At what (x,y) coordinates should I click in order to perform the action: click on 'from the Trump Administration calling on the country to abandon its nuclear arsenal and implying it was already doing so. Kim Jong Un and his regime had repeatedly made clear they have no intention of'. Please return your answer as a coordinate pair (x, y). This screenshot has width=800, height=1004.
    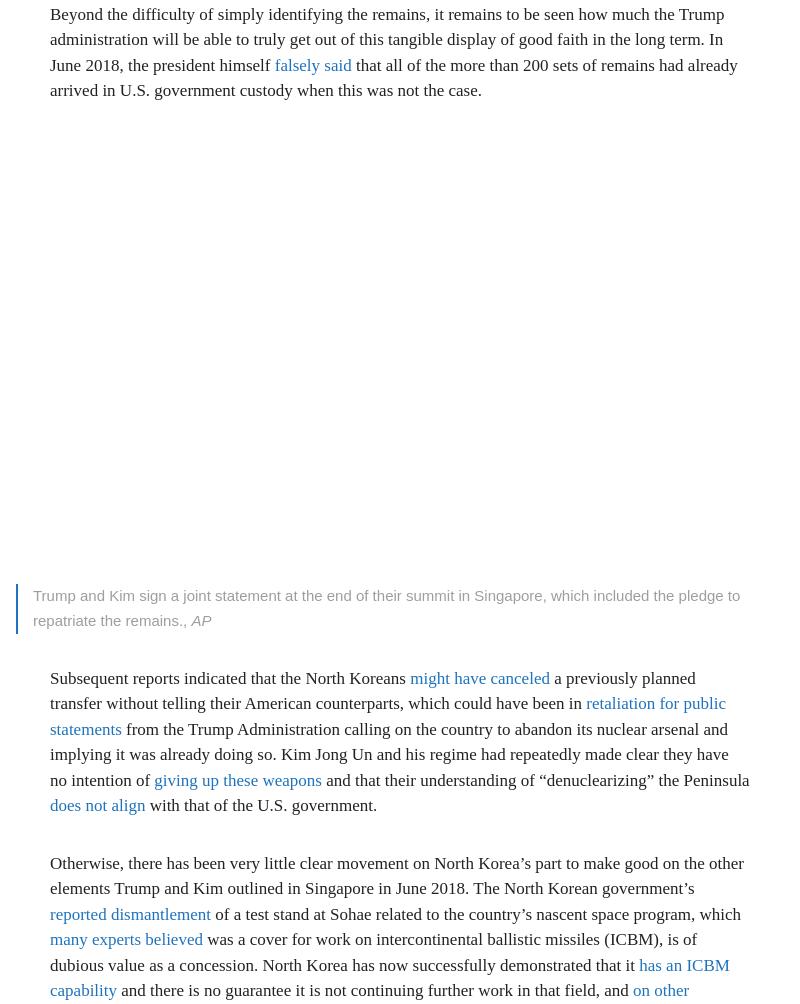
    Looking at the image, I should click on (49, 754).